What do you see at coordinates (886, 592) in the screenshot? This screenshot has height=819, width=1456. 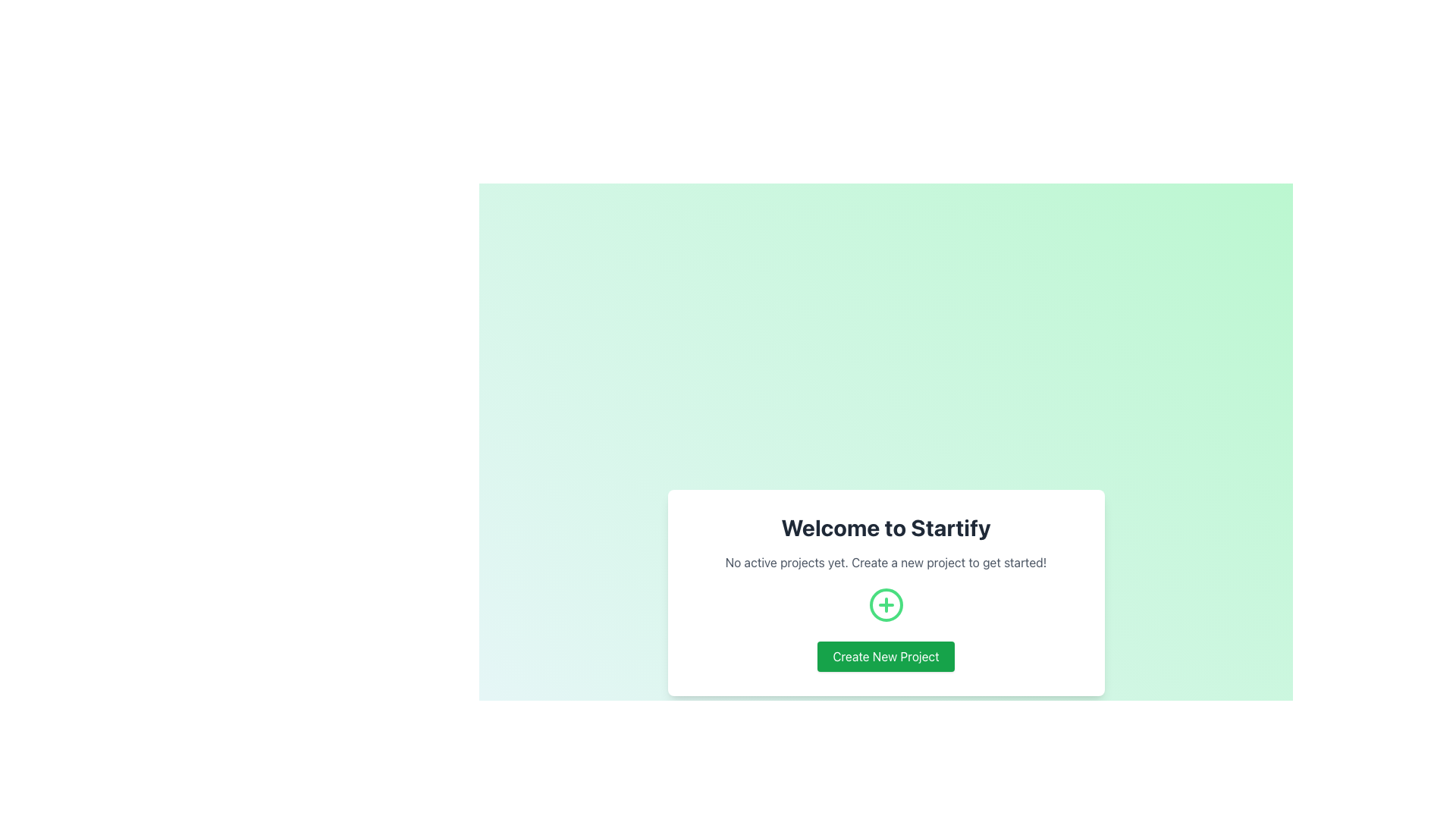 I see `the green circular icon with a plus symbol, located centrally below the welcome message and above the 'Create New Project' button` at bounding box center [886, 592].